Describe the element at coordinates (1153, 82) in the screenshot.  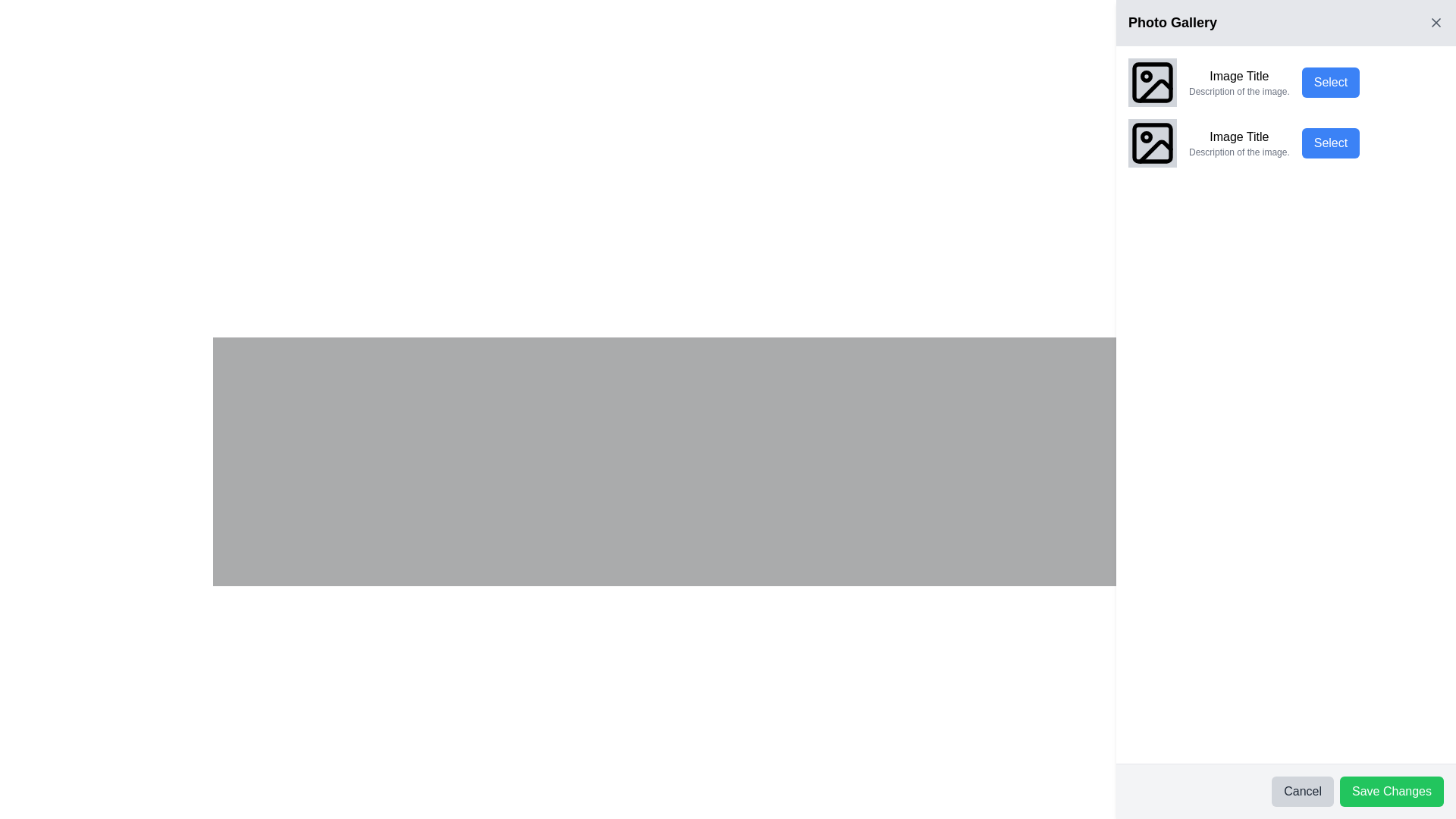
I see `the Decorative graphic element located in the top-right corner of the interface, serving as a structural component within the layout` at that location.